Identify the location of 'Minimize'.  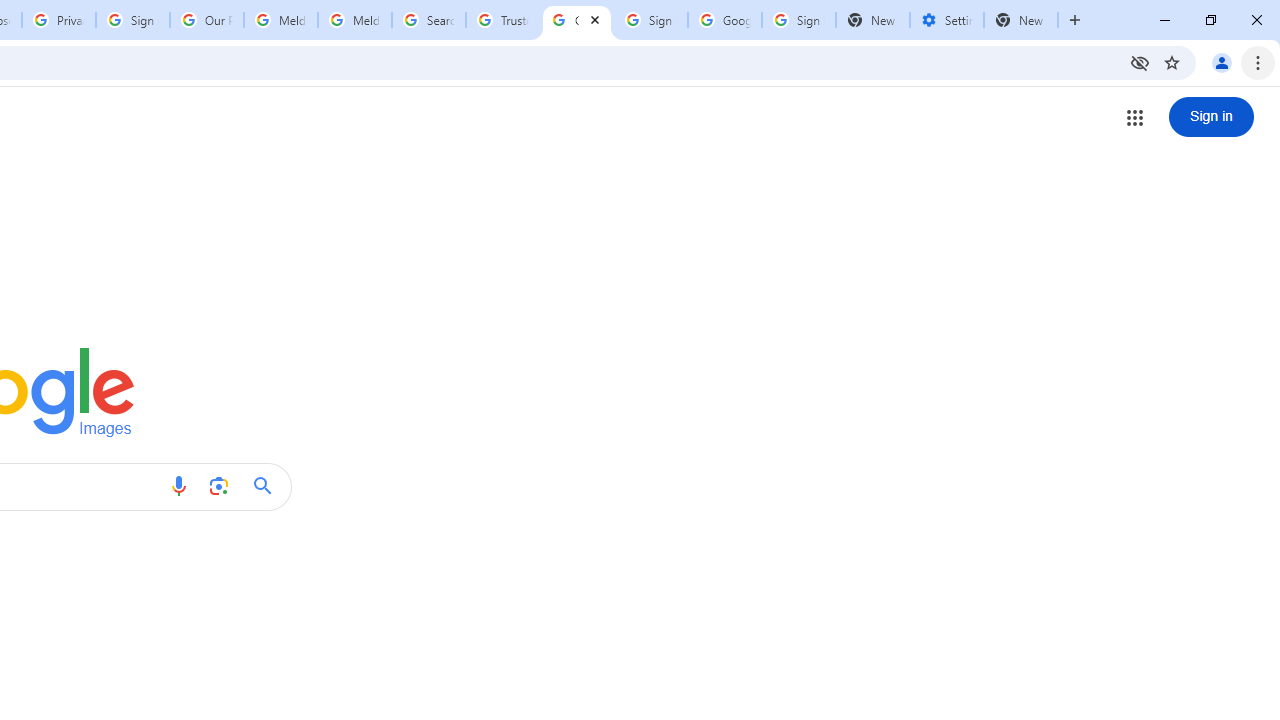
(1165, 20).